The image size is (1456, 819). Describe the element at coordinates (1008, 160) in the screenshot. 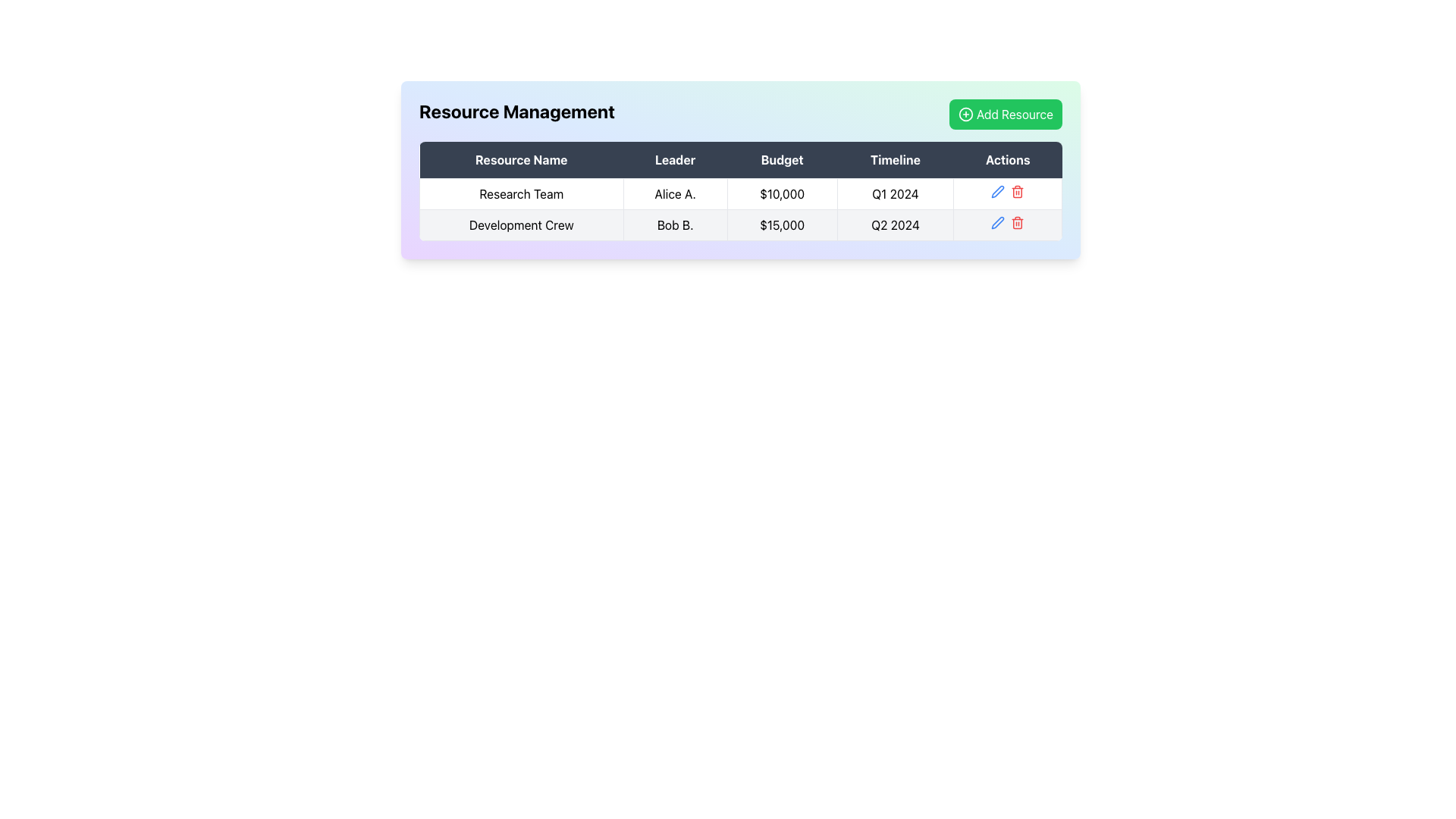

I see `the Table Header Cell labeled 'Actions', which is styled in bold white font against a dark background, located in the last column of the header row in the grid-like data table` at that location.